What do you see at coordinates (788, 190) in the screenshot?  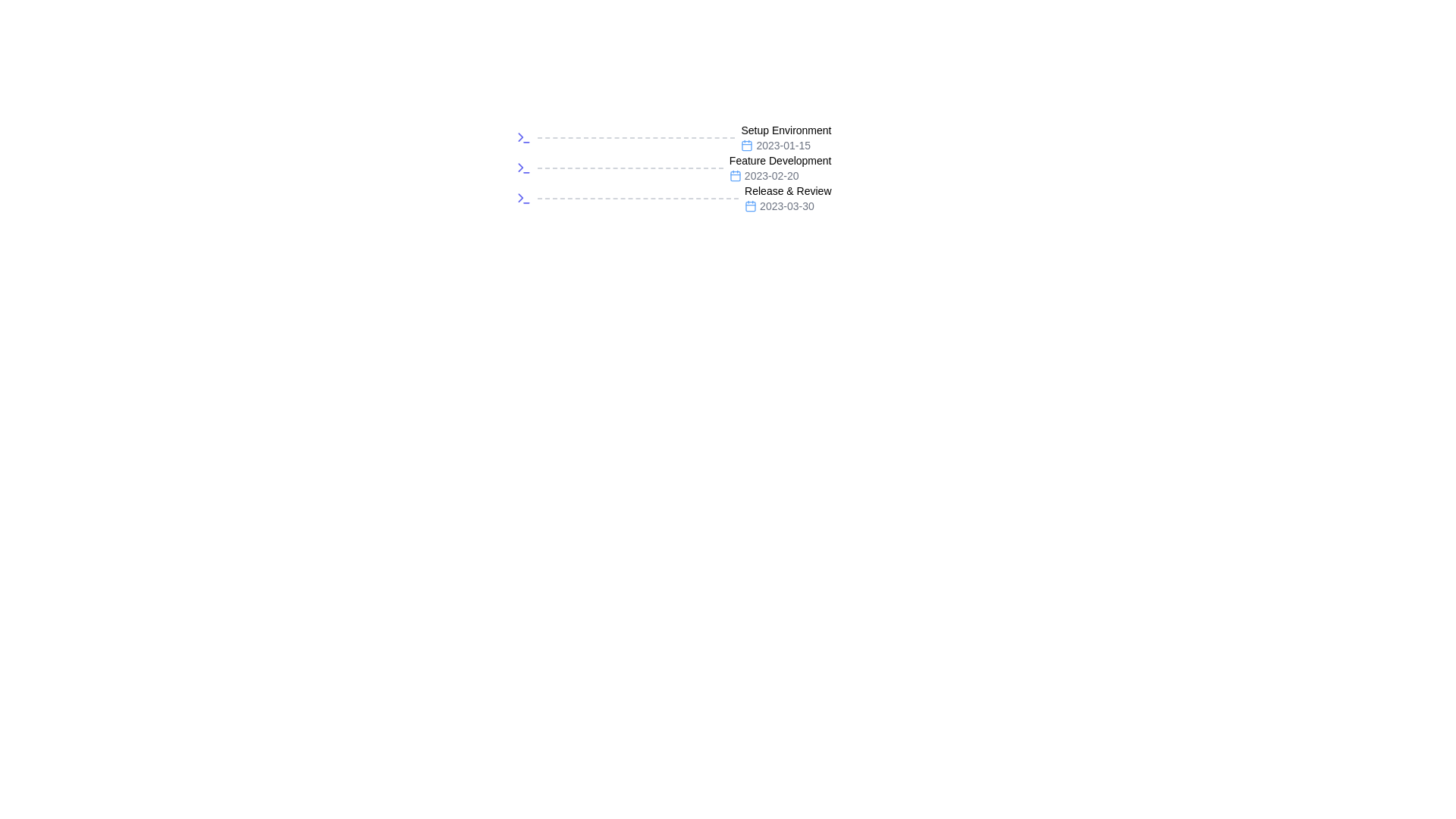 I see `the text label indicating the 'Release & Review' phase located at the bottom right quadrant of the interface` at bounding box center [788, 190].